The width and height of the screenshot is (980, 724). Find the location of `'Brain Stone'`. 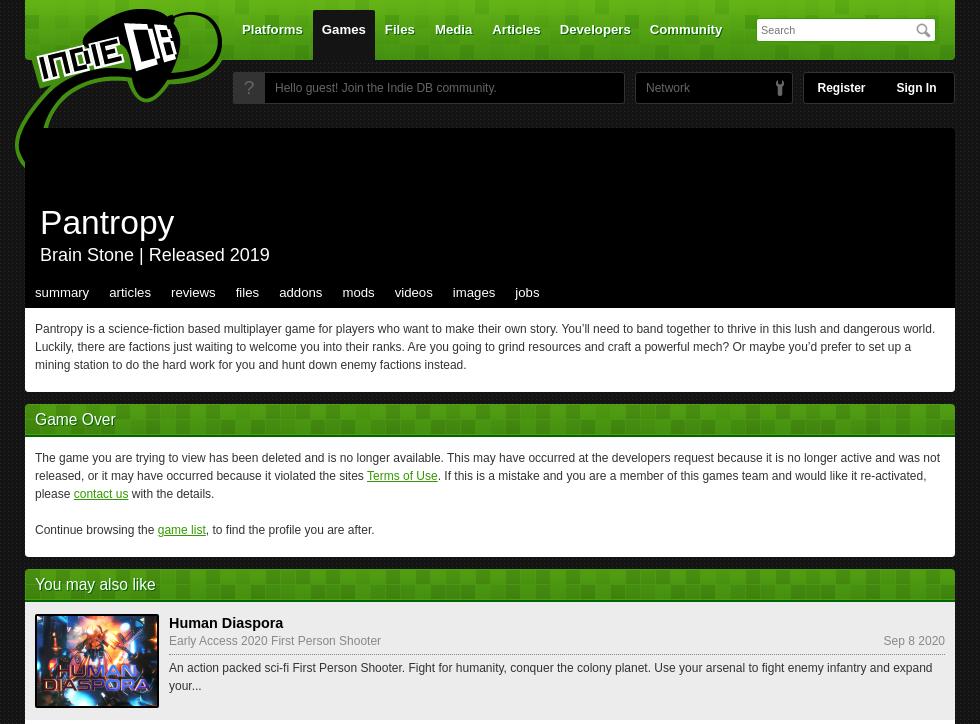

'Brain Stone' is located at coordinates (87, 253).